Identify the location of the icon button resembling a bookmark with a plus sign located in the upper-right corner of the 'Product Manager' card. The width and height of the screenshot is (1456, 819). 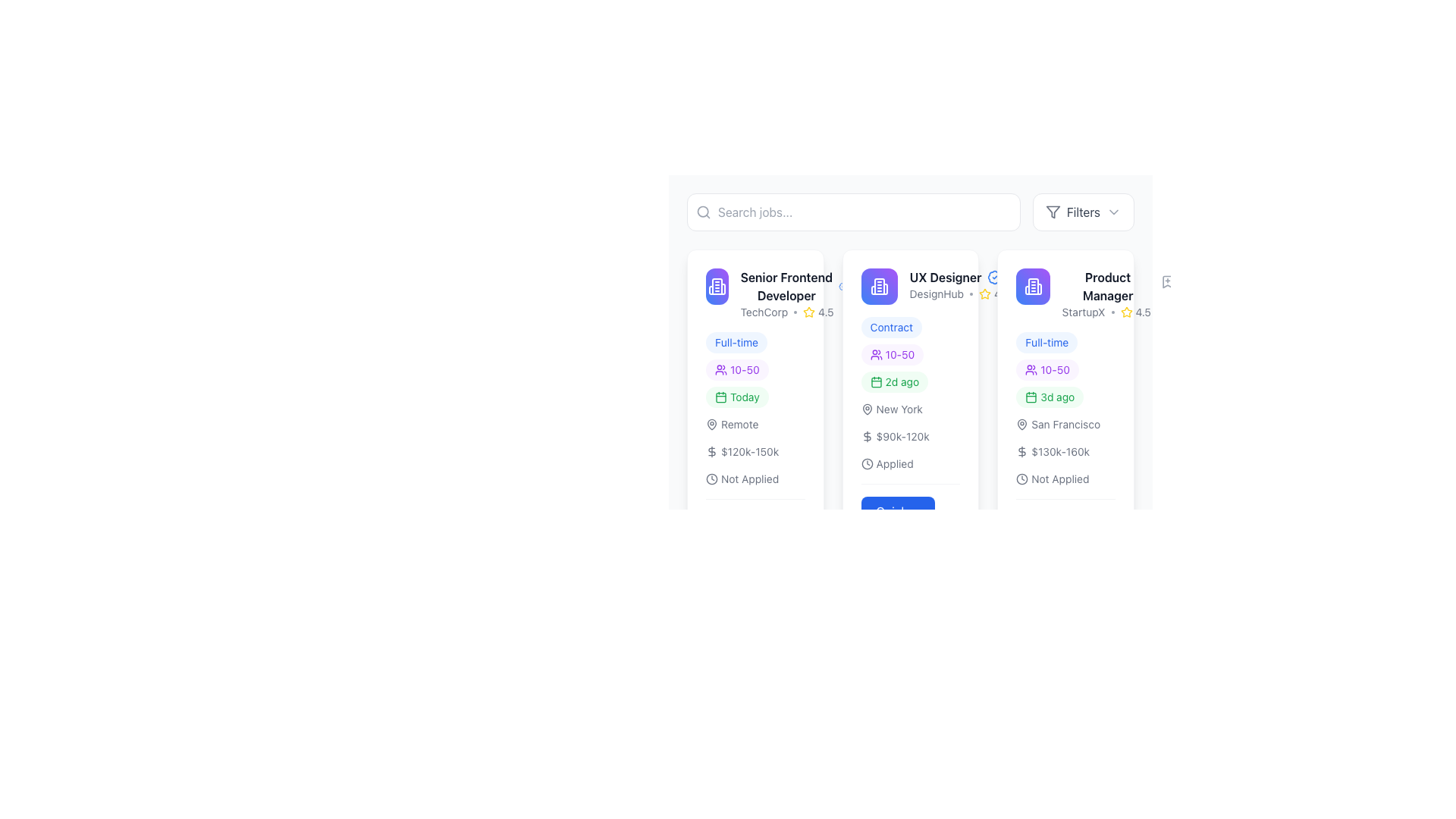
(1166, 281).